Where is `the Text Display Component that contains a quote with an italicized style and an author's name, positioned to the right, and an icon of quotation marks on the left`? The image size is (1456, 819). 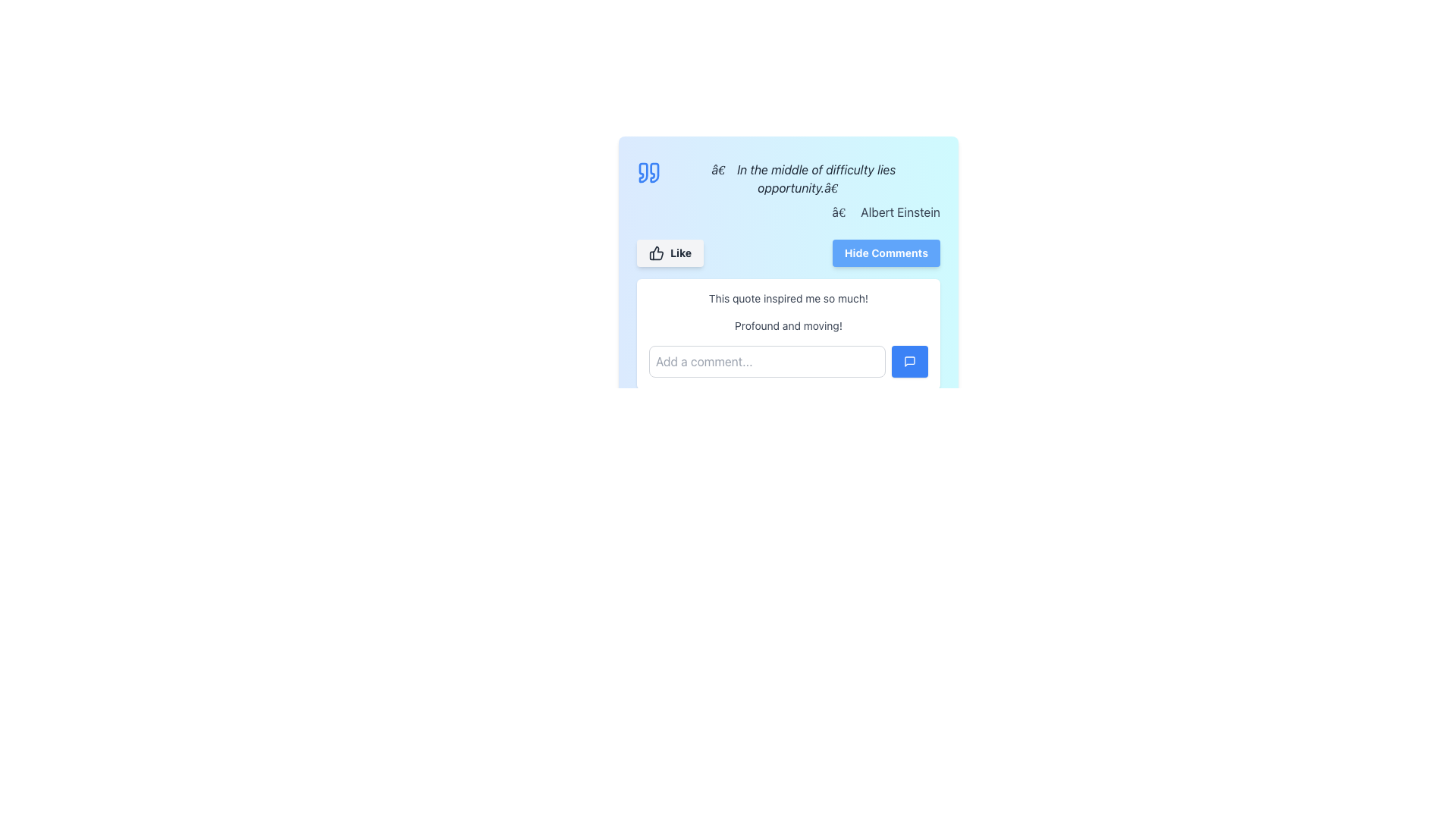 the Text Display Component that contains a quote with an italicized style and an author's name, positioned to the right, and an icon of quotation marks on the left is located at coordinates (789, 190).